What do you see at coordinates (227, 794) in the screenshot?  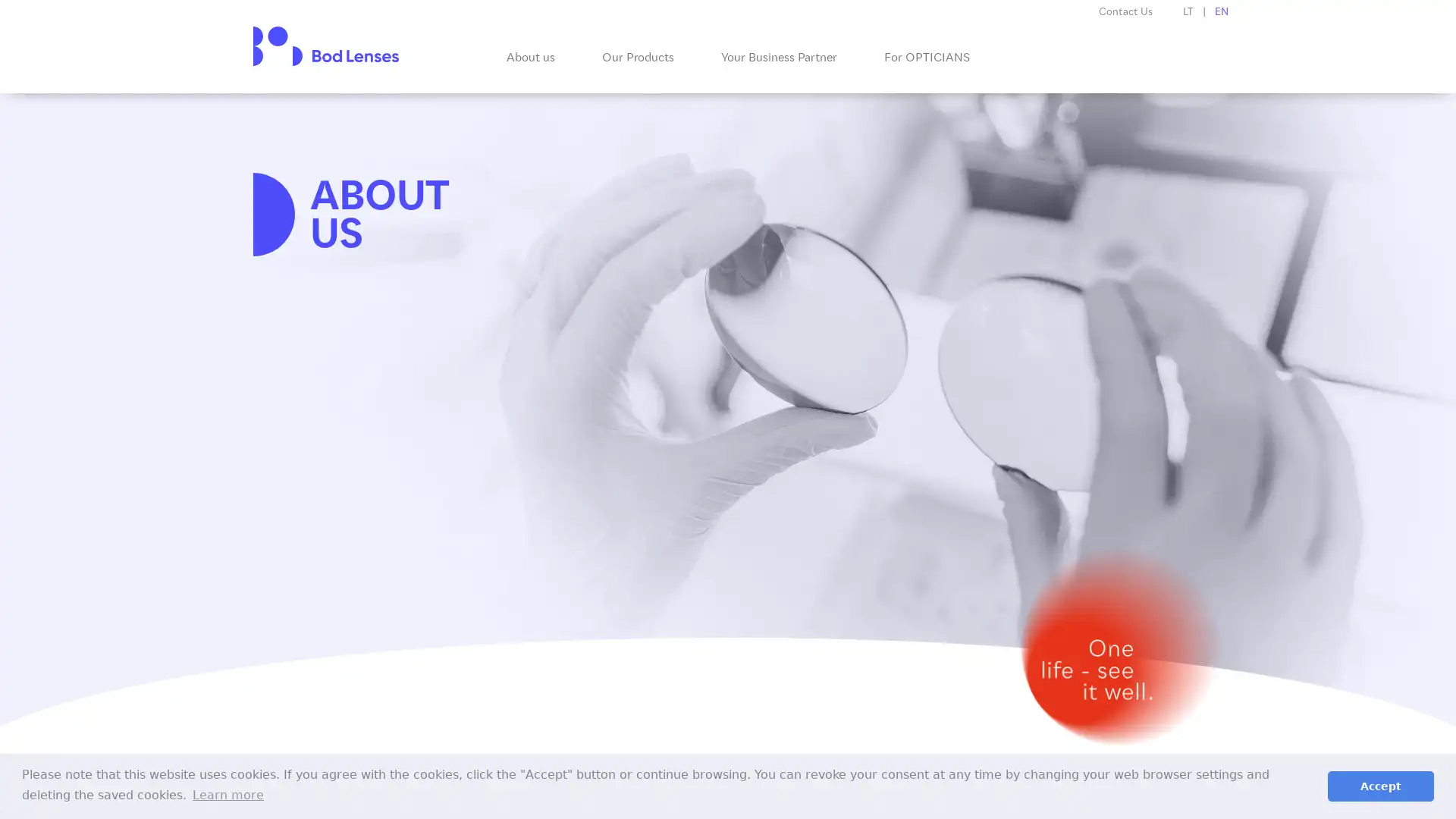 I see `learn more about cookies` at bounding box center [227, 794].